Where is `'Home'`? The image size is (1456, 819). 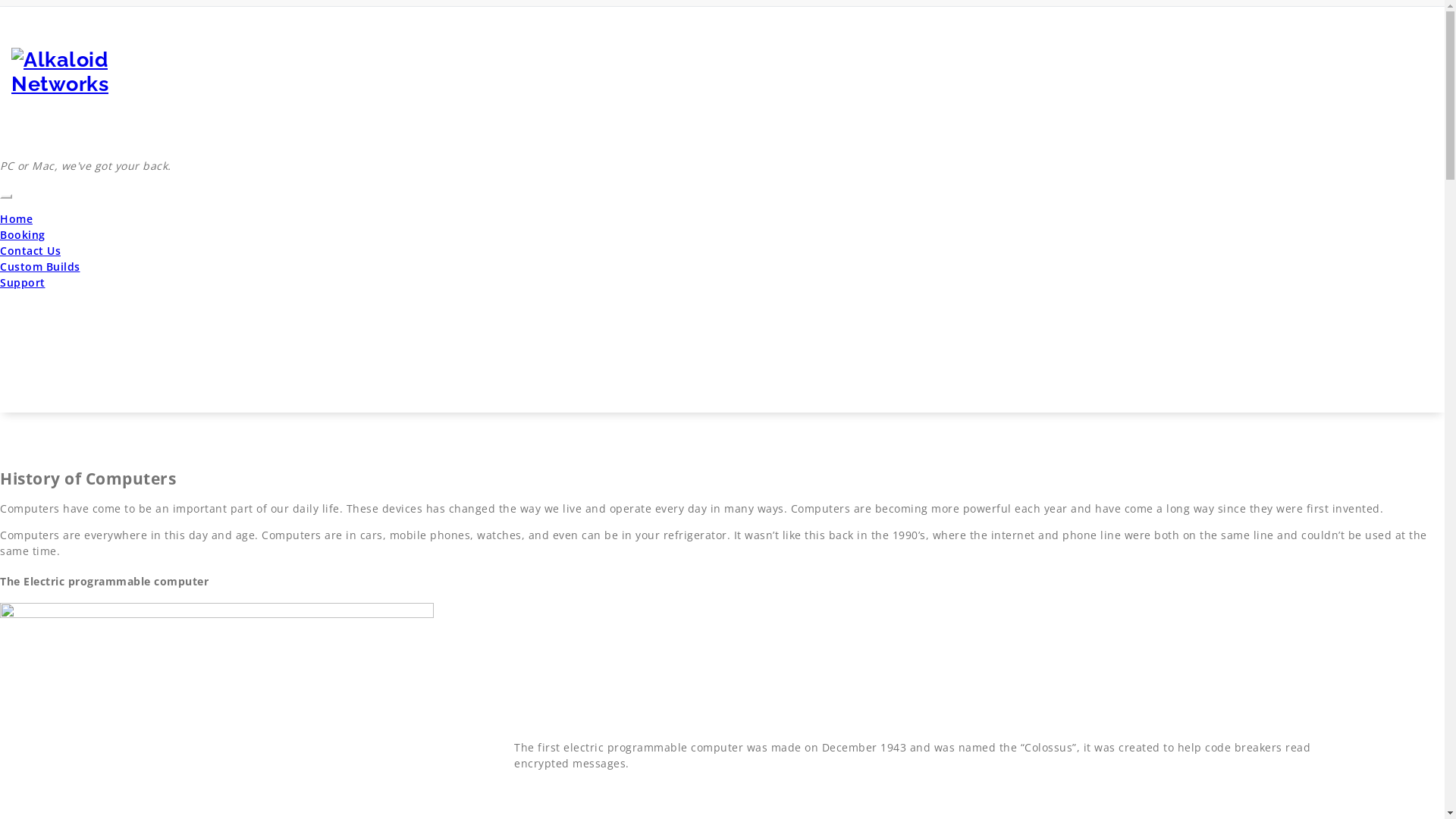
'Home' is located at coordinates (0, 218).